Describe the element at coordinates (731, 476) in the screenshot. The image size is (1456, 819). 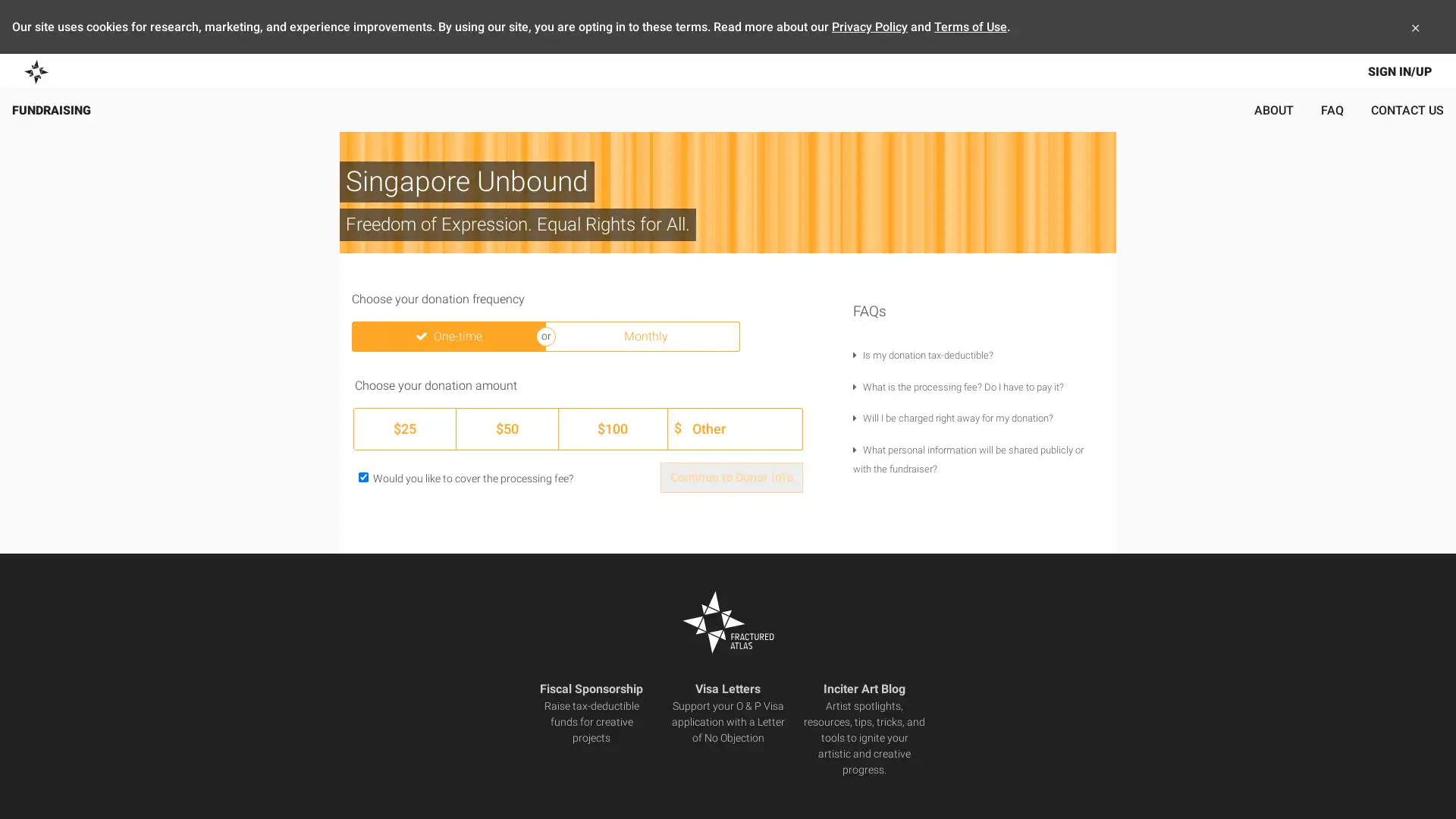
I see `Continue to Donor Info` at that location.